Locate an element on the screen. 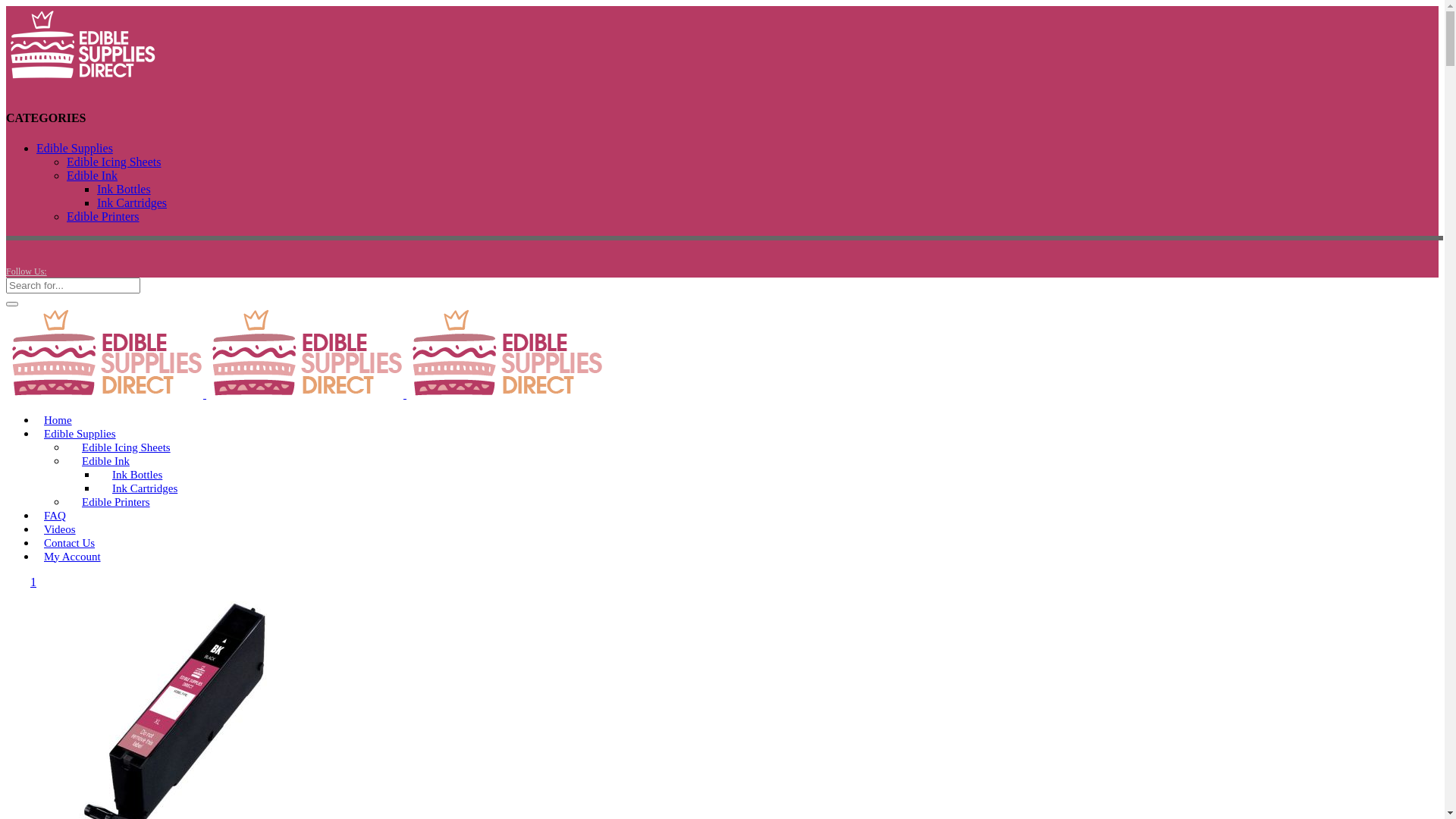  'Videos' is located at coordinates (59, 529).